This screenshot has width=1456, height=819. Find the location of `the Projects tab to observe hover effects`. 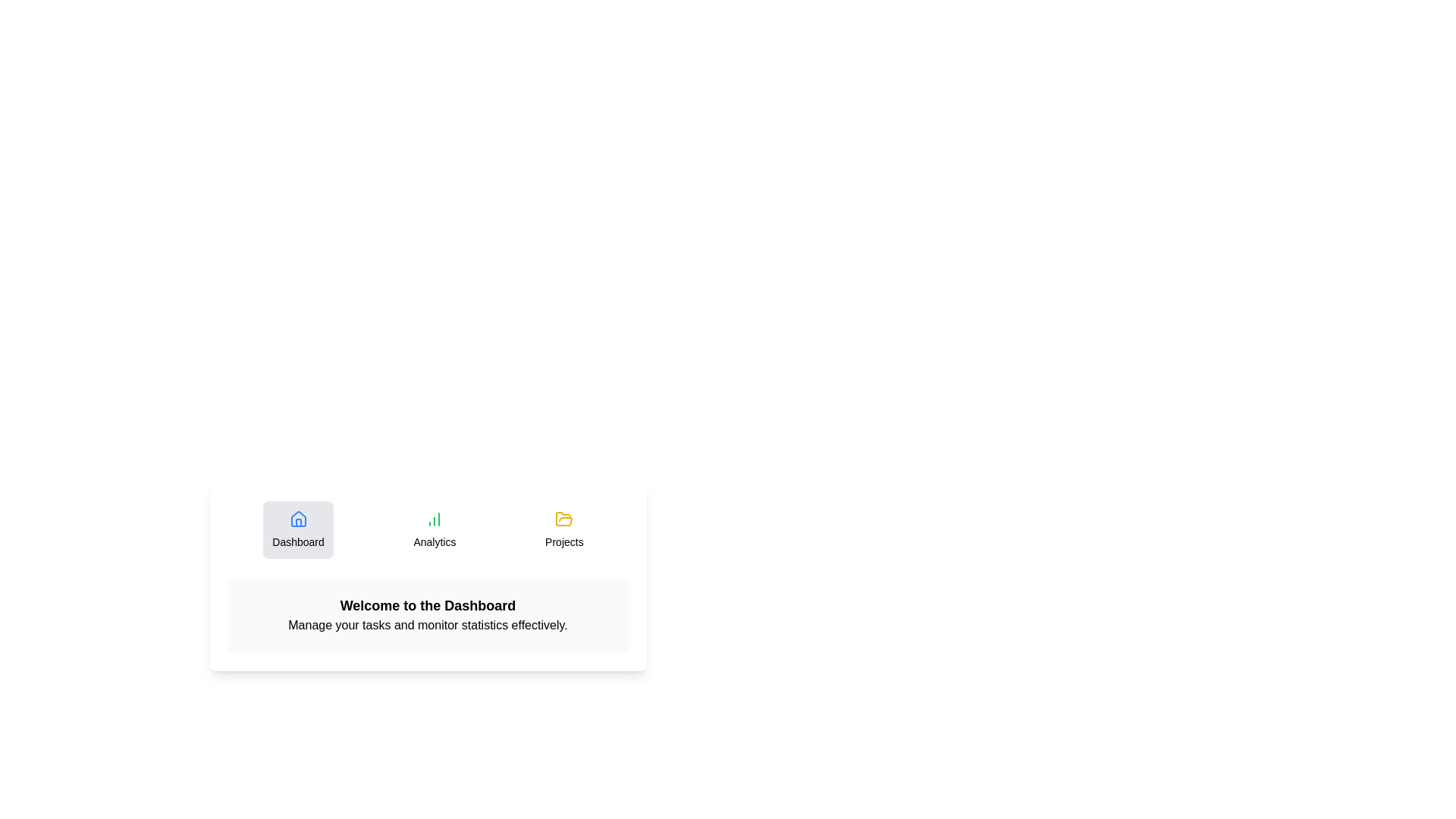

the Projects tab to observe hover effects is located at coordinates (563, 529).